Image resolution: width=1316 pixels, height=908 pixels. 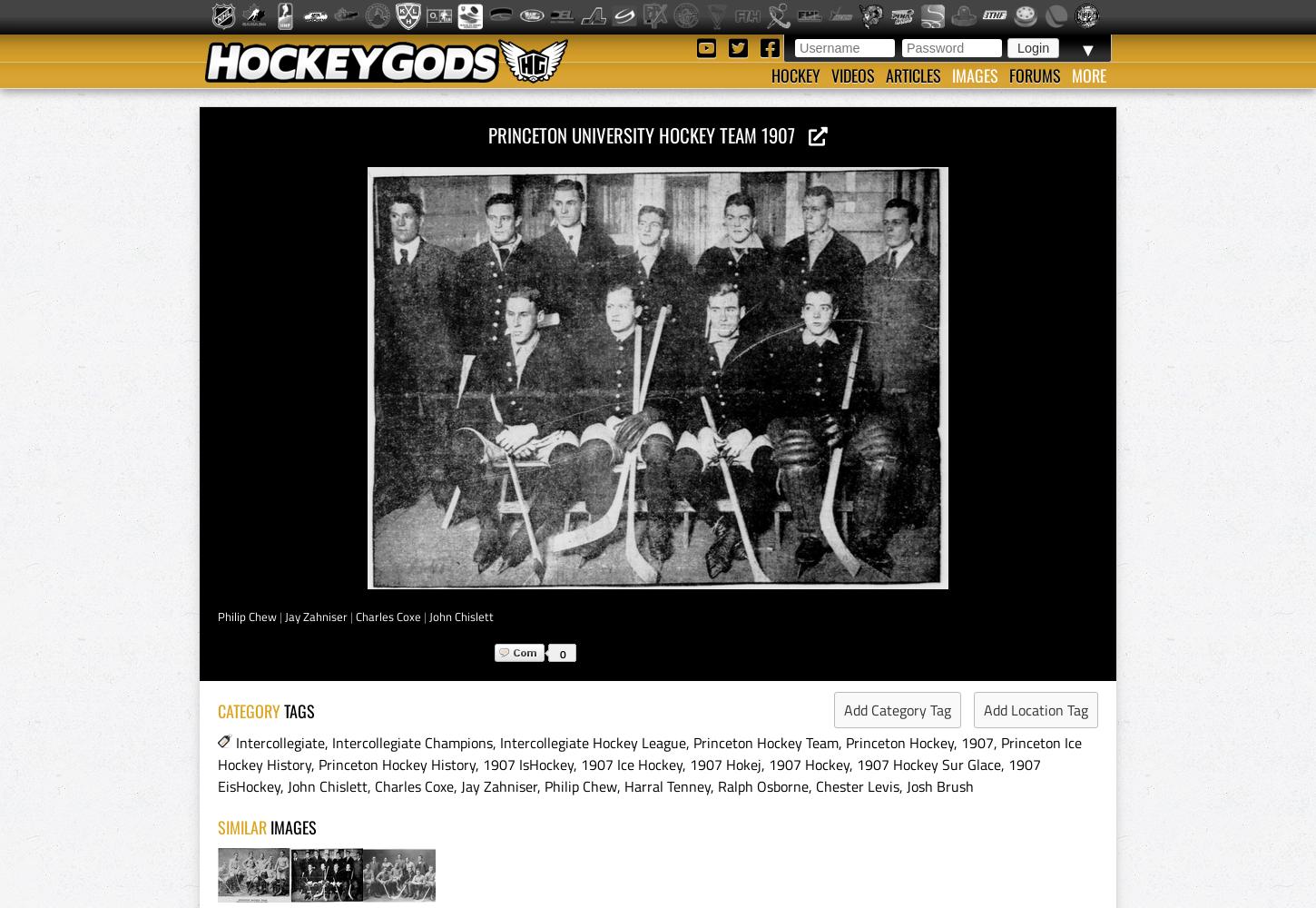 I want to click on 'Images', so click(x=975, y=74).